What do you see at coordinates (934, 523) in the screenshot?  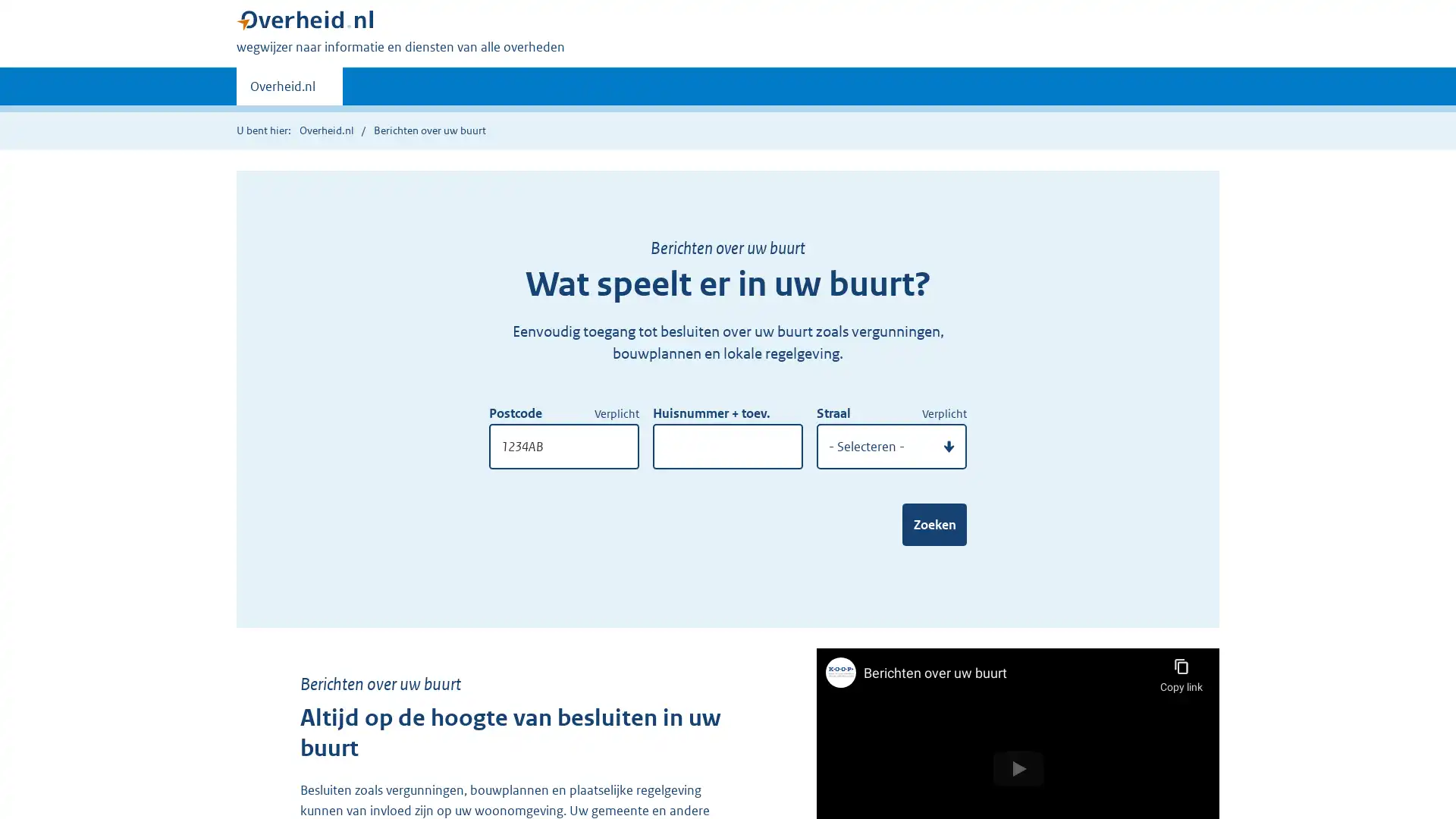 I see `Zoeken` at bounding box center [934, 523].